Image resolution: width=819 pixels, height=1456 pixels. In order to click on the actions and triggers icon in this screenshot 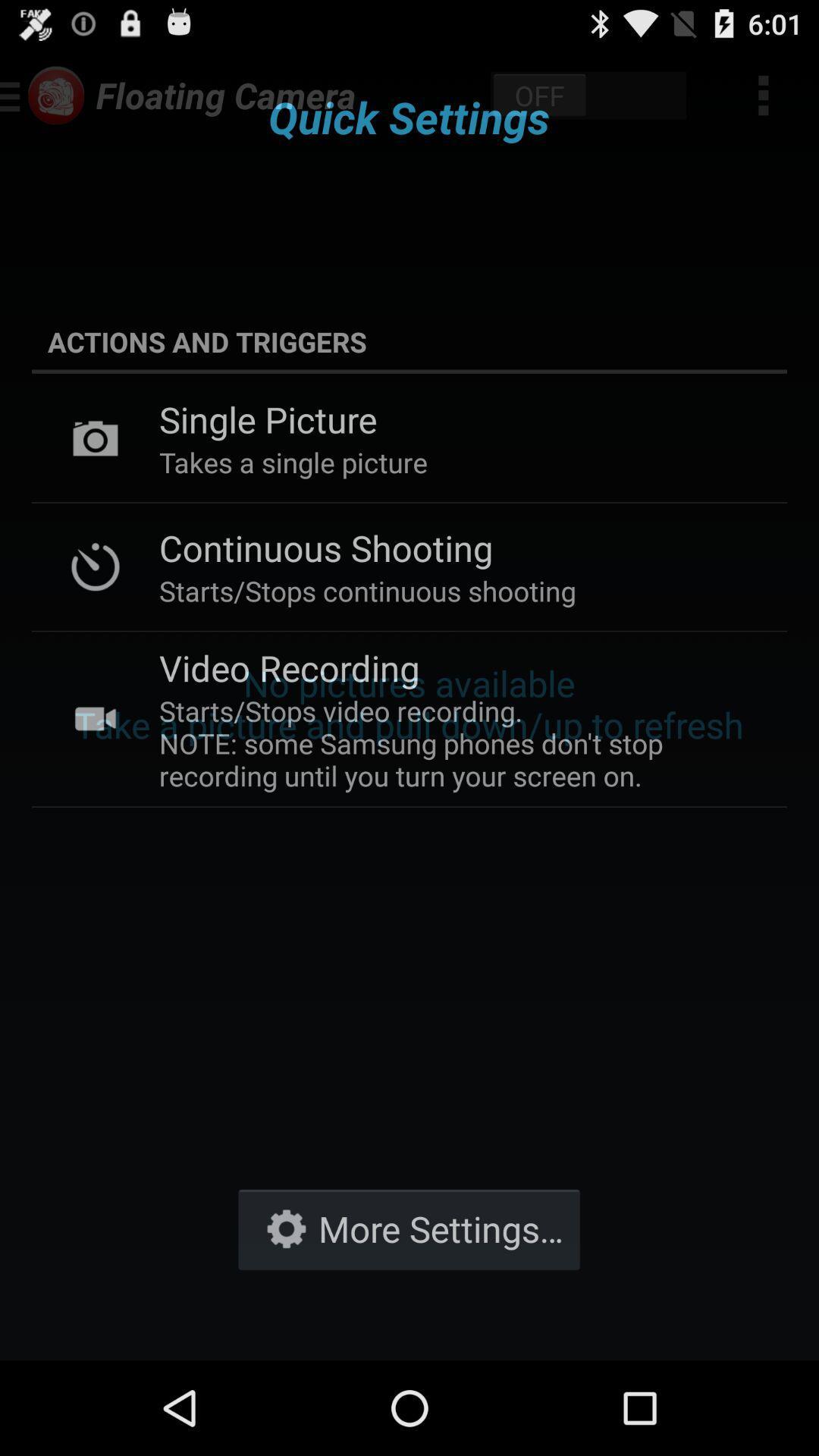, I will do `click(409, 340)`.